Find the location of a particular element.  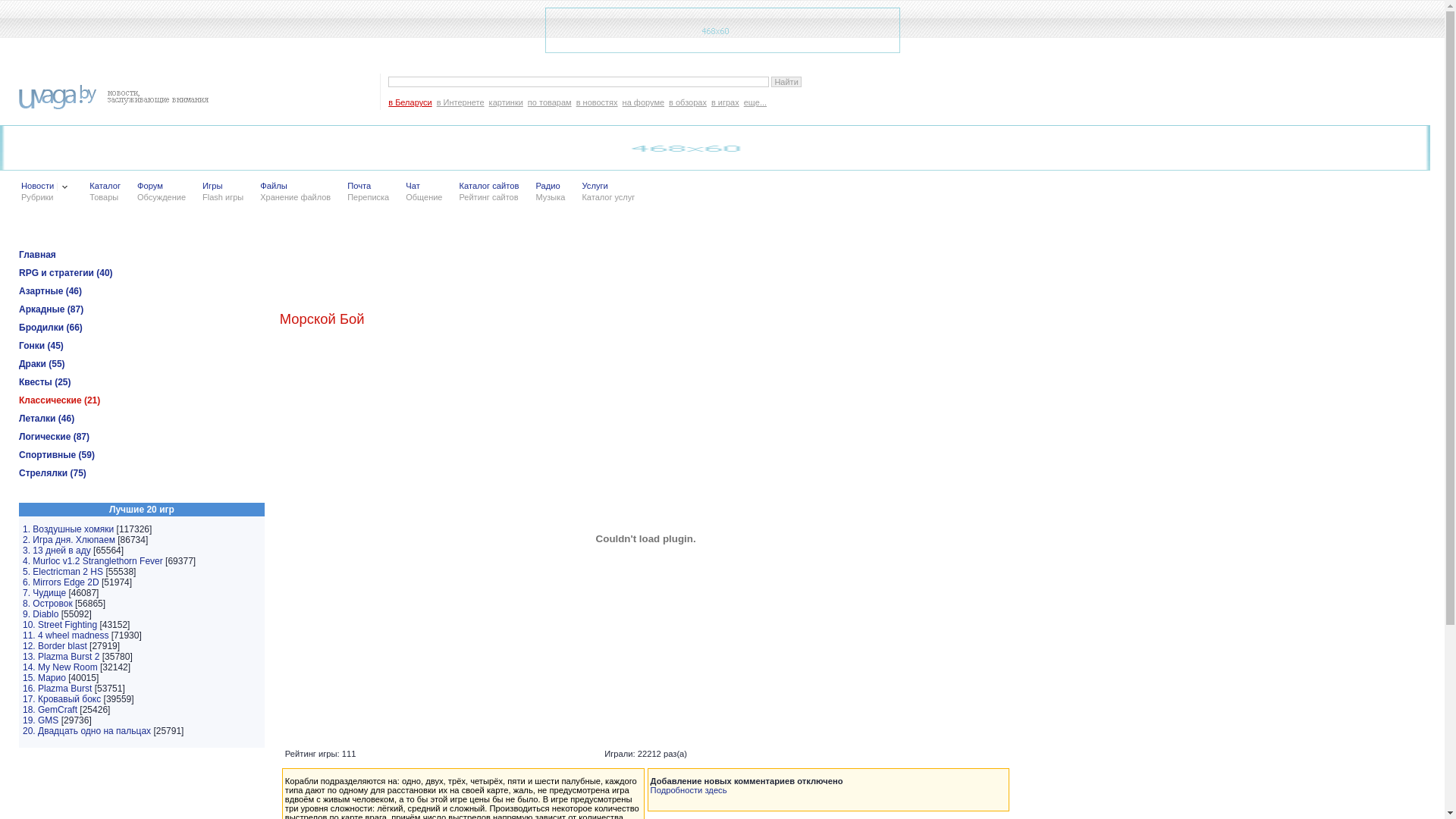

'6. Mirrors Edge 2D' is located at coordinates (61, 581).